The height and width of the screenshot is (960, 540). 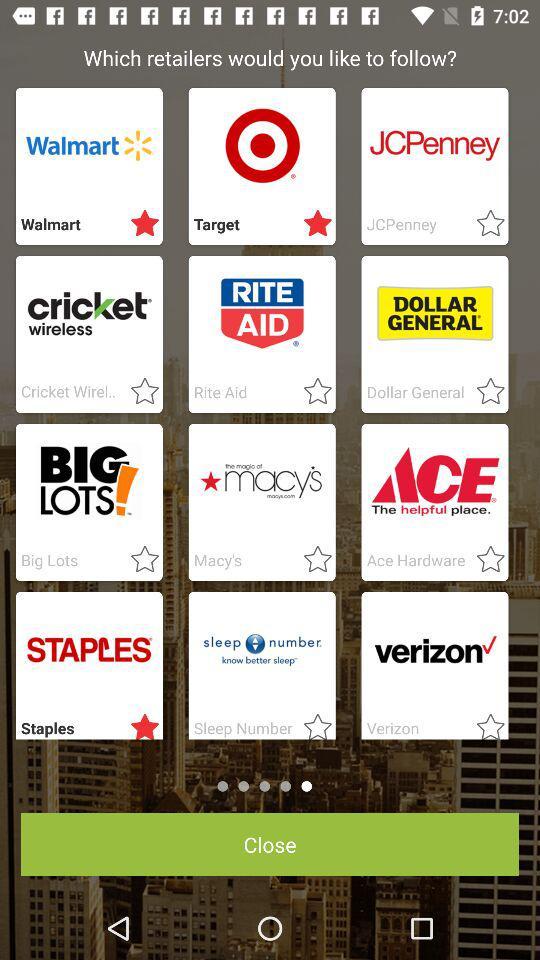 I want to click on click favorite option, so click(x=483, y=224).